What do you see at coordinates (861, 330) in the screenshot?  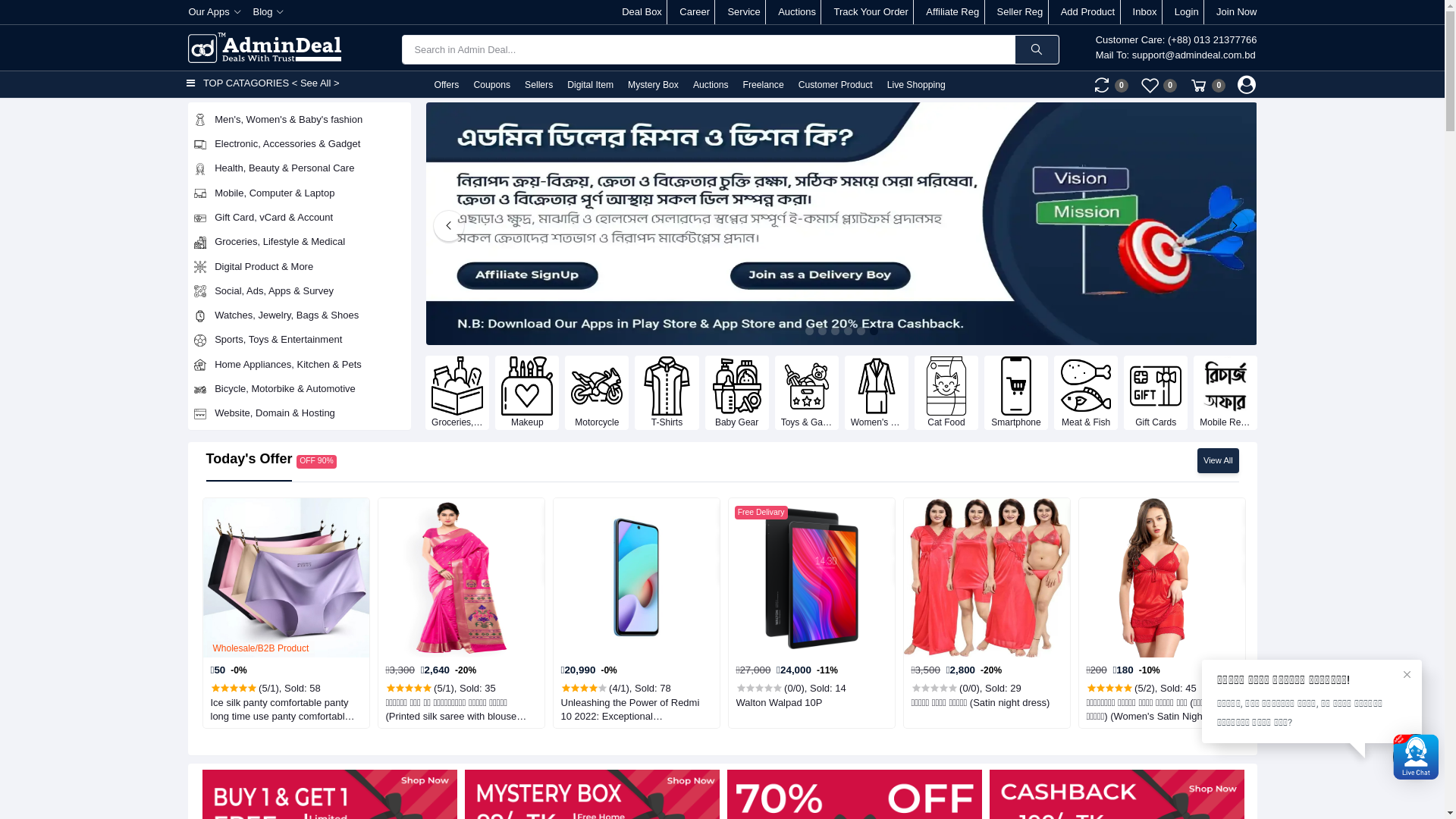 I see `'5'` at bounding box center [861, 330].